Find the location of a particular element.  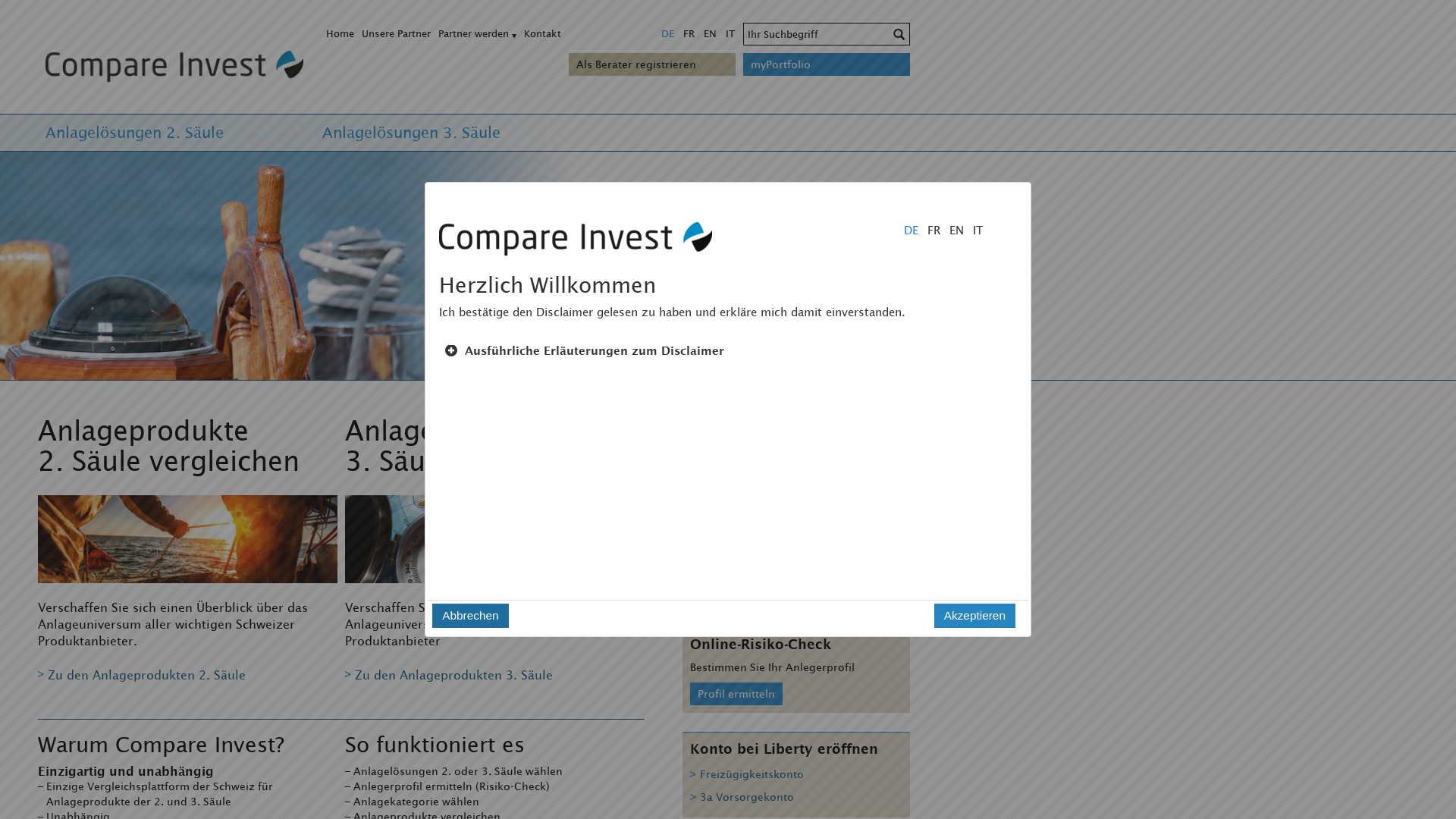

'EN' is located at coordinates (709, 33).